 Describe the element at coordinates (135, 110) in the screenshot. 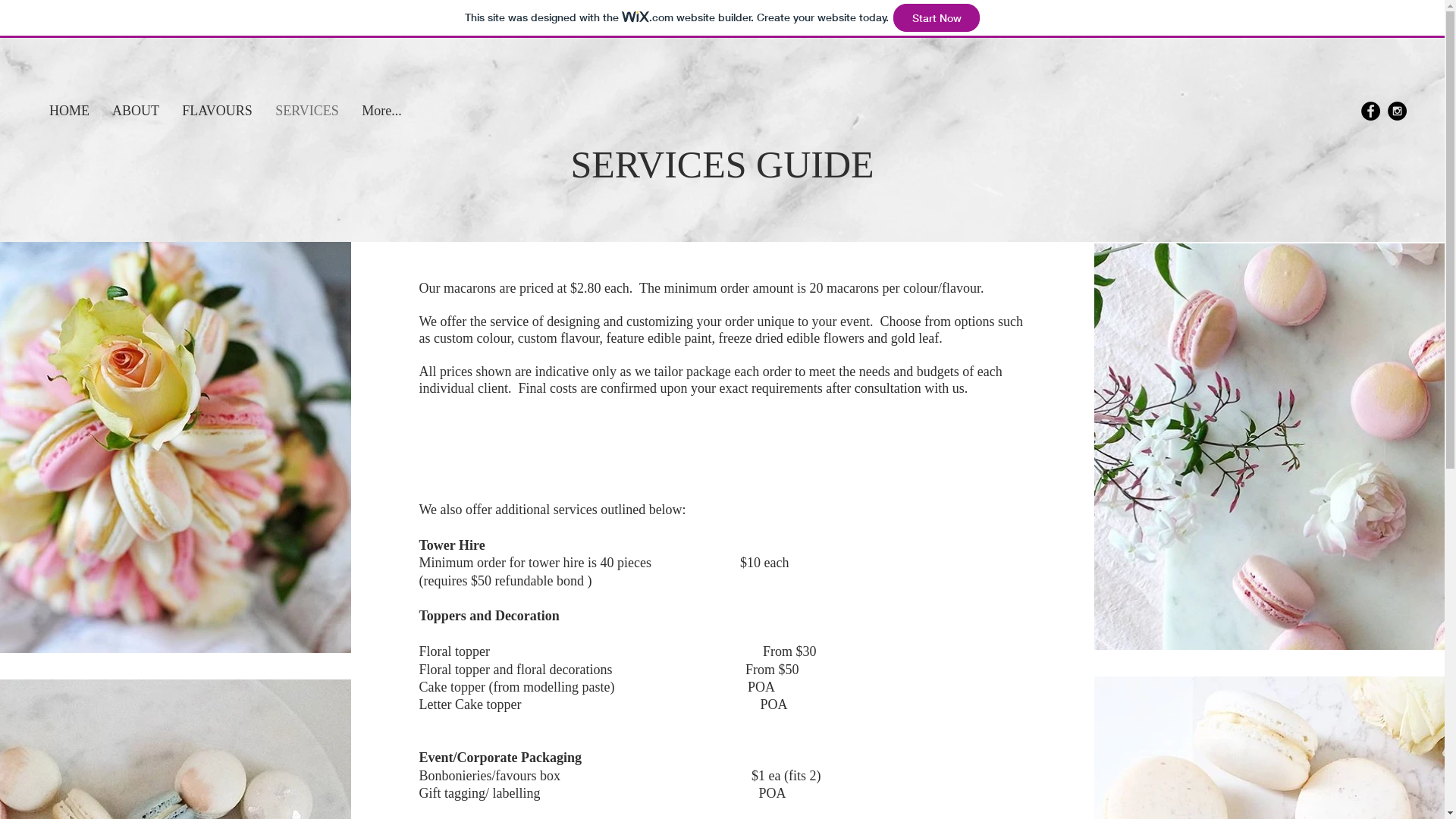

I see `'ABOUT'` at that location.